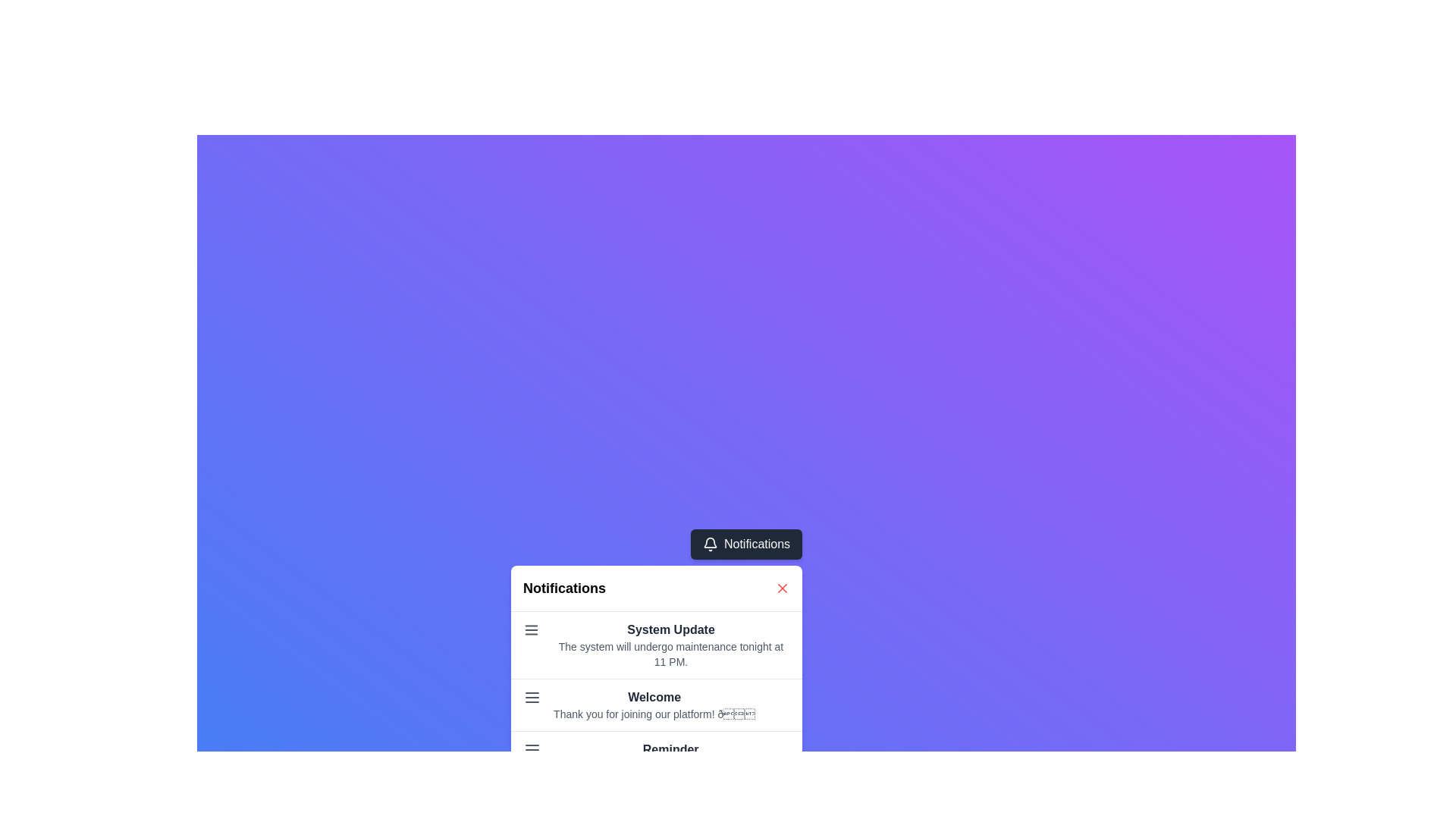 The width and height of the screenshot is (1456, 819). I want to click on the bell-shaped notification icon located within the dark-colored button adjacent to the 'Notifications' text, so click(709, 543).